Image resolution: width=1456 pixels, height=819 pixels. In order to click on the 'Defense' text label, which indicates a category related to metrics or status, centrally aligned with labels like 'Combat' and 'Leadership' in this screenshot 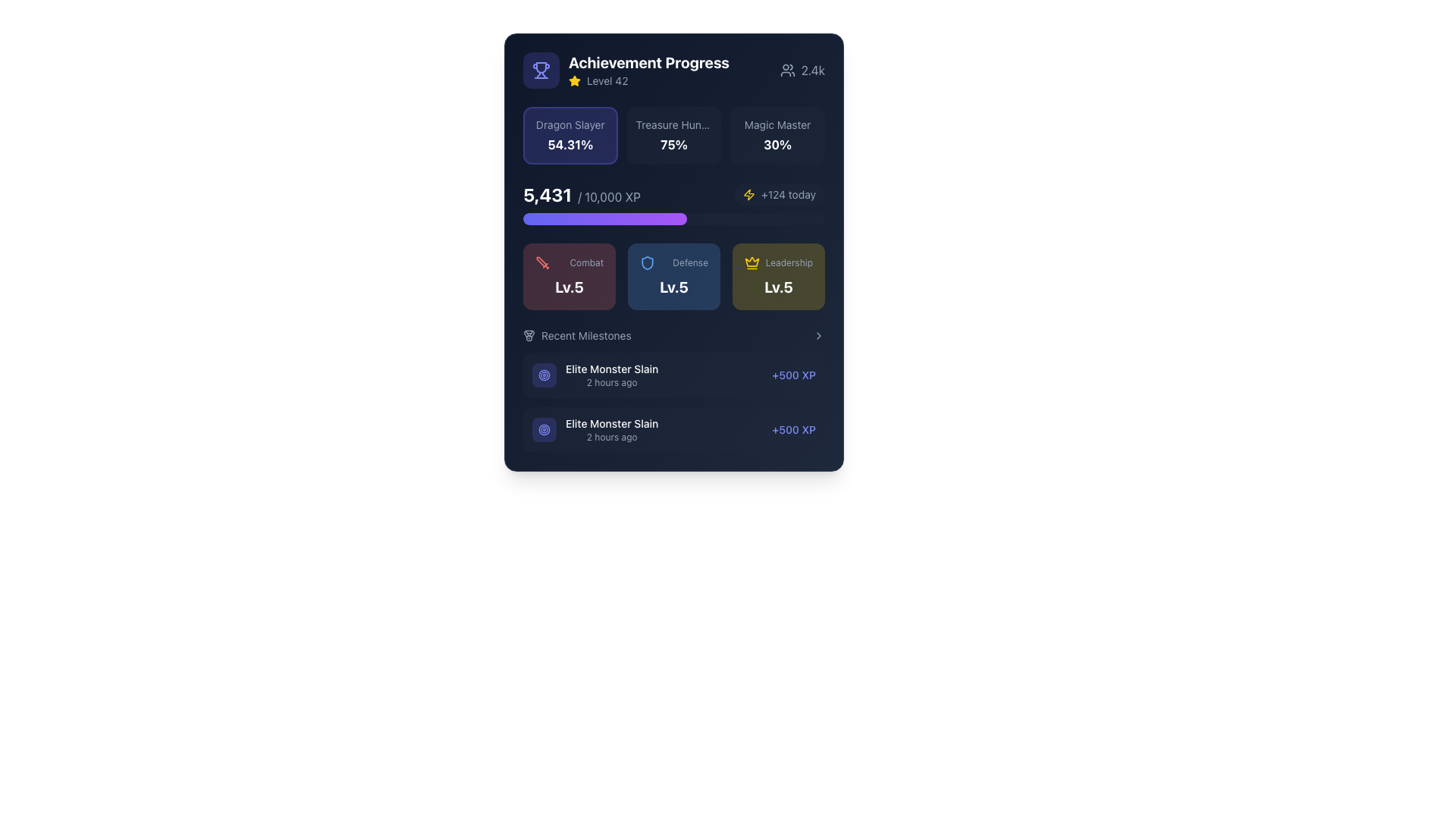, I will do `click(689, 262)`.